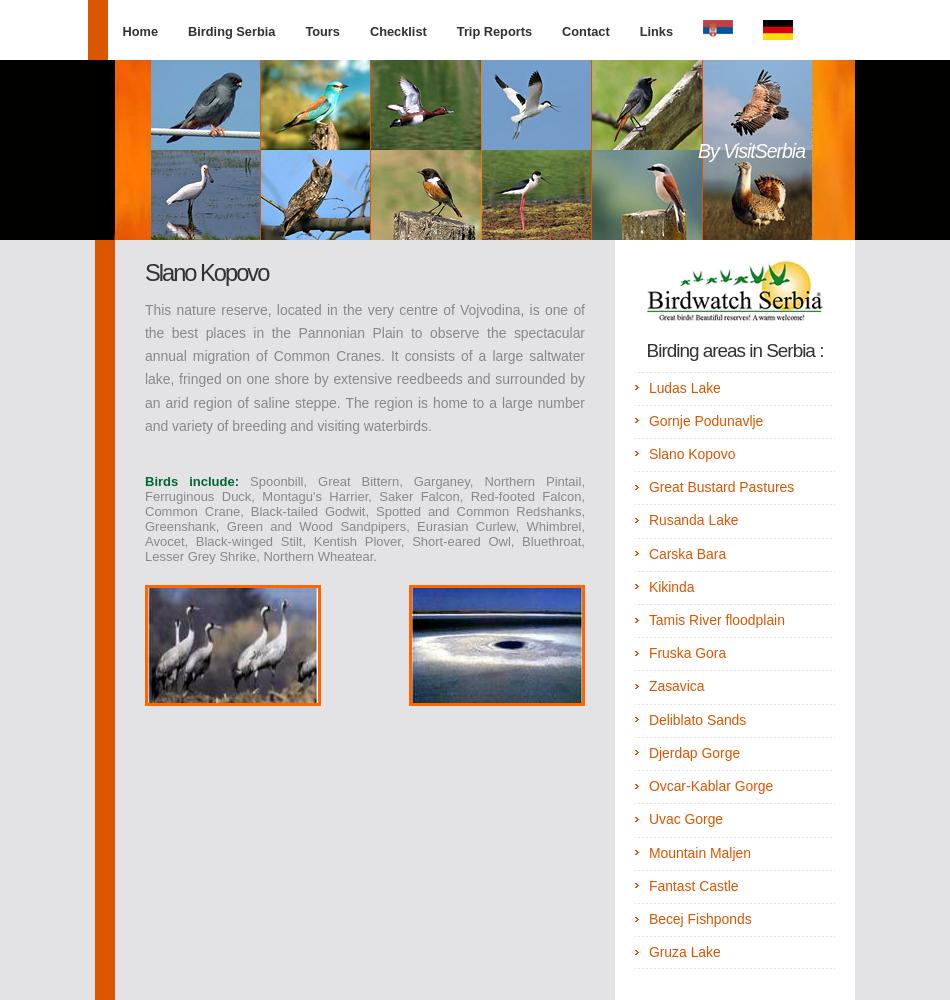  I want to click on 'Rusanda Lake', so click(647, 520).